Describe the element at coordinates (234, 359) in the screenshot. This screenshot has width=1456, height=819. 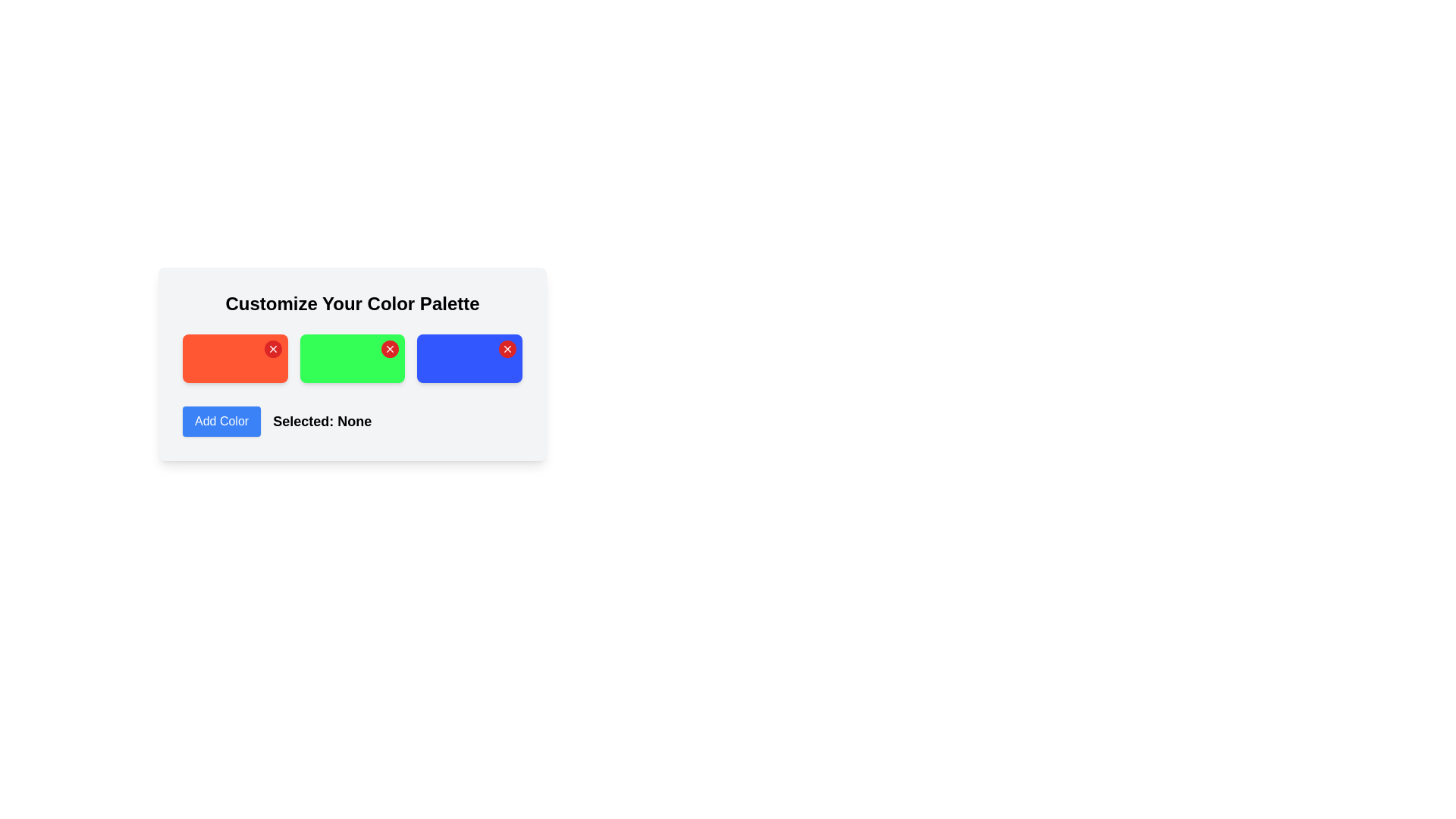
I see `the leftmost button for color selection, associated with the red color option` at that location.